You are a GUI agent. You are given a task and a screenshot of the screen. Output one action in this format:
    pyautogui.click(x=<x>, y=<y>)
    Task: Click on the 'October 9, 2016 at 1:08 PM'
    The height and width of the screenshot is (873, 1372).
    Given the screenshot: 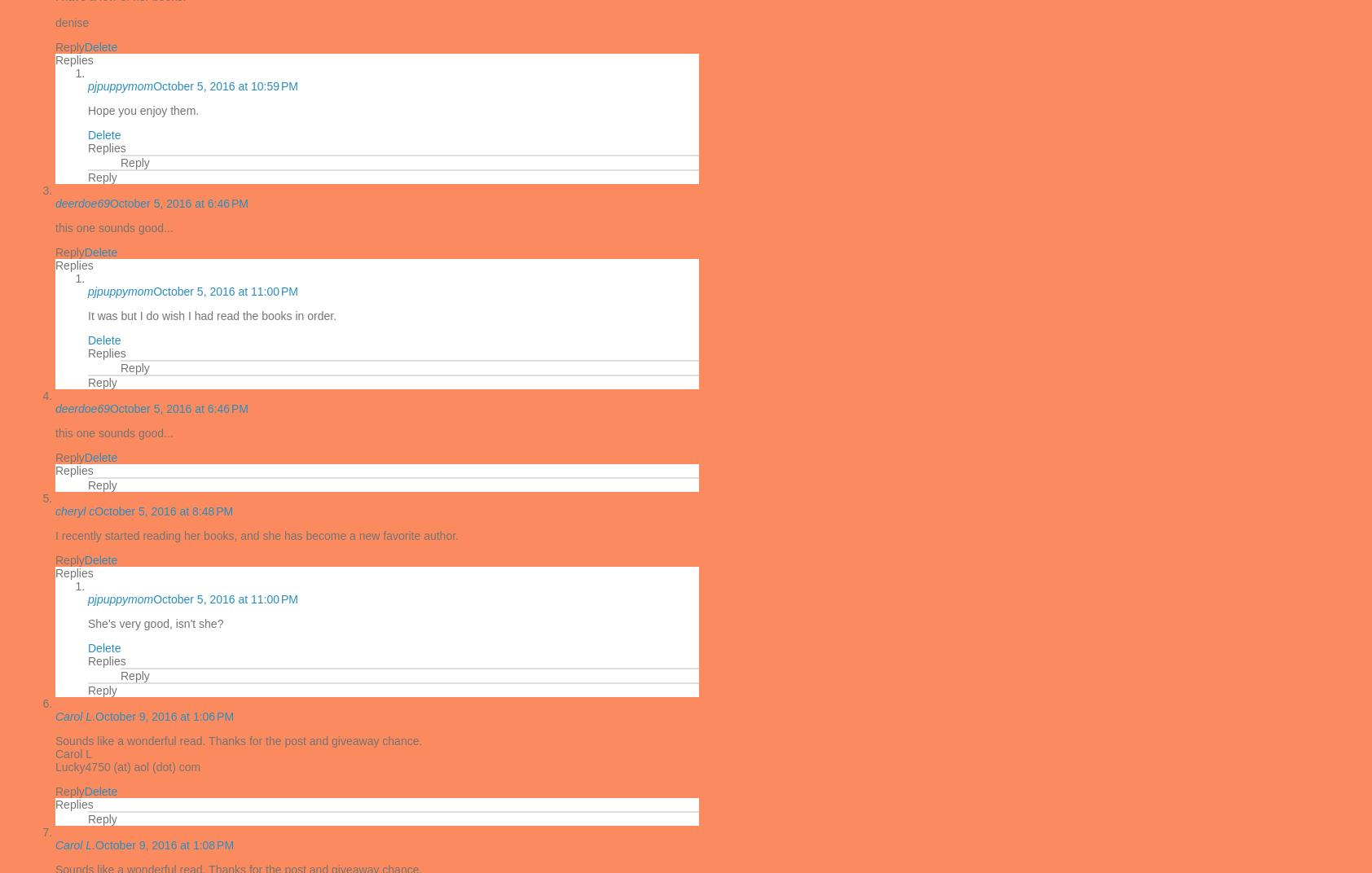 What is the action you would take?
    pyautogui.click(x=95, y=845)
    